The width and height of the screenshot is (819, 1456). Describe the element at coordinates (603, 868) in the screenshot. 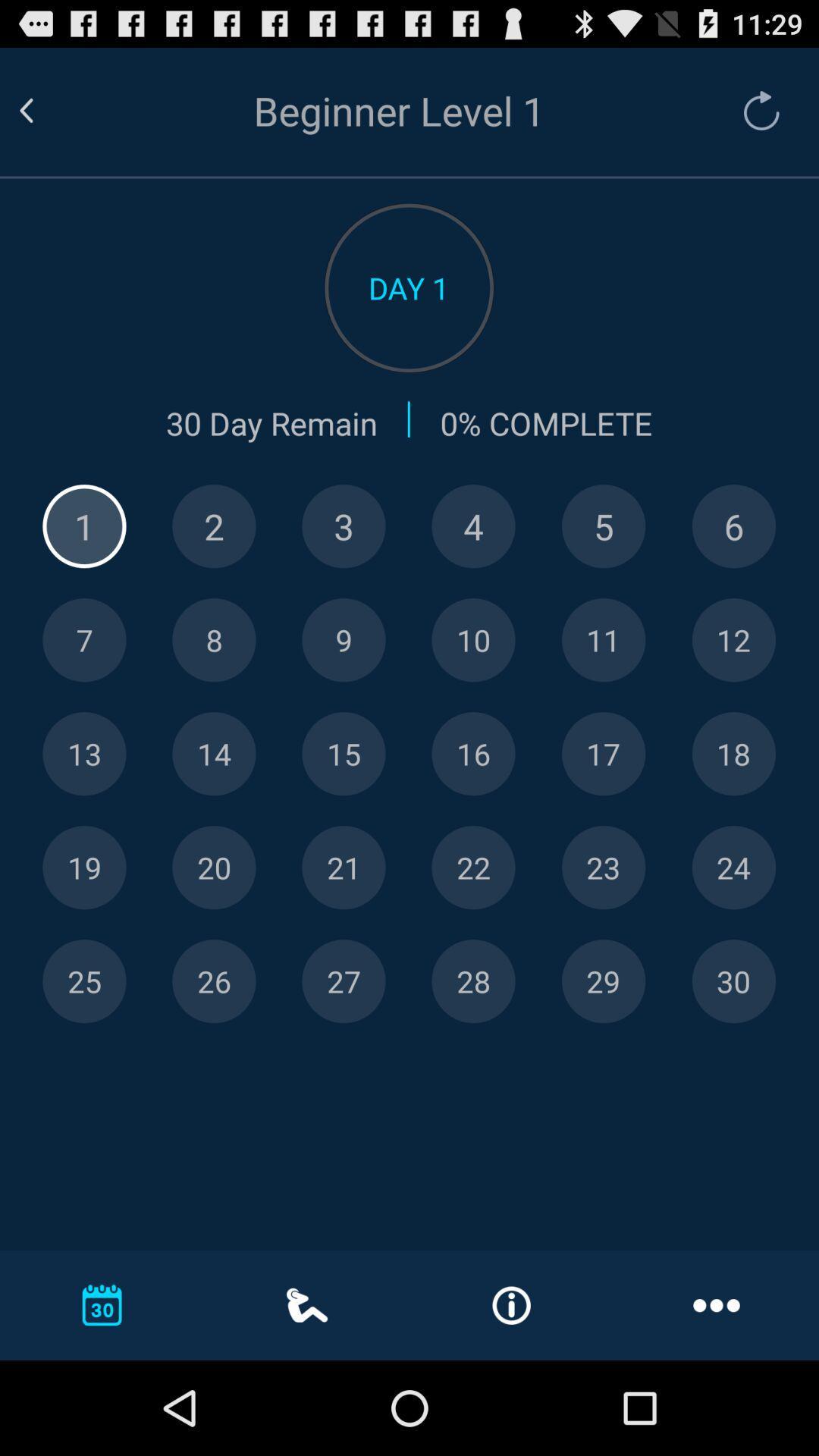

I see `day 23` at that location.